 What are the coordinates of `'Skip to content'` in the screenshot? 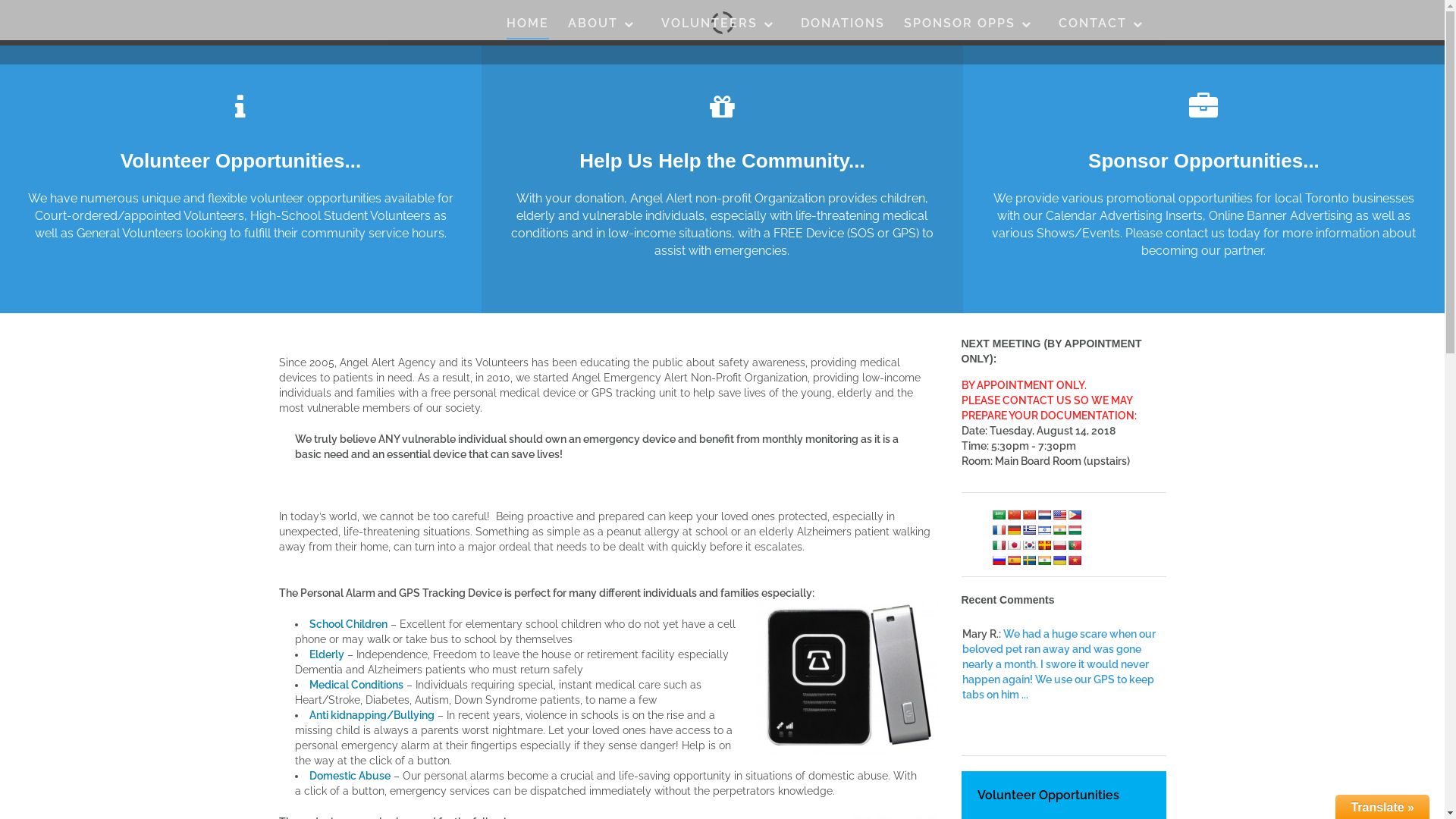 It's located at (0, 0).